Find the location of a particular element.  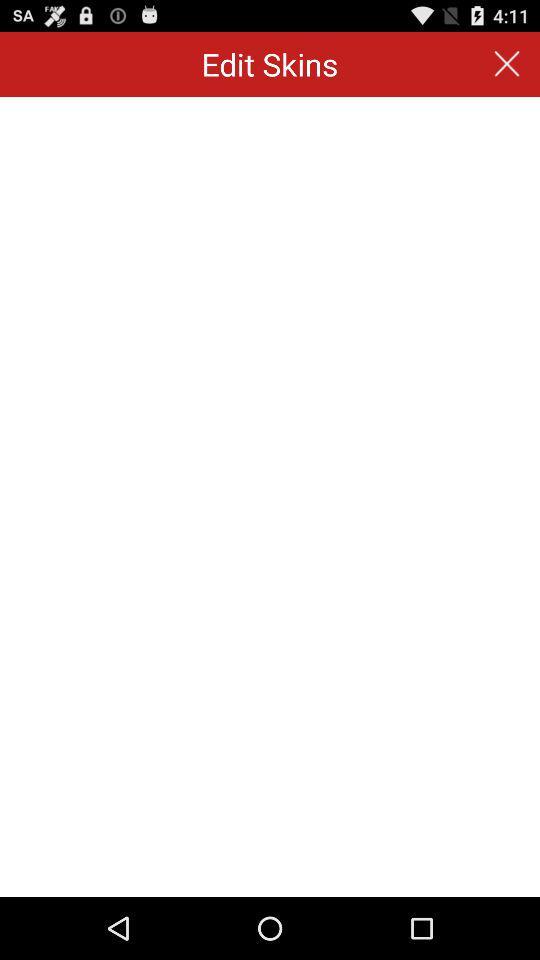

the icon next to the edit skins item is located at coordinates (507, 64).